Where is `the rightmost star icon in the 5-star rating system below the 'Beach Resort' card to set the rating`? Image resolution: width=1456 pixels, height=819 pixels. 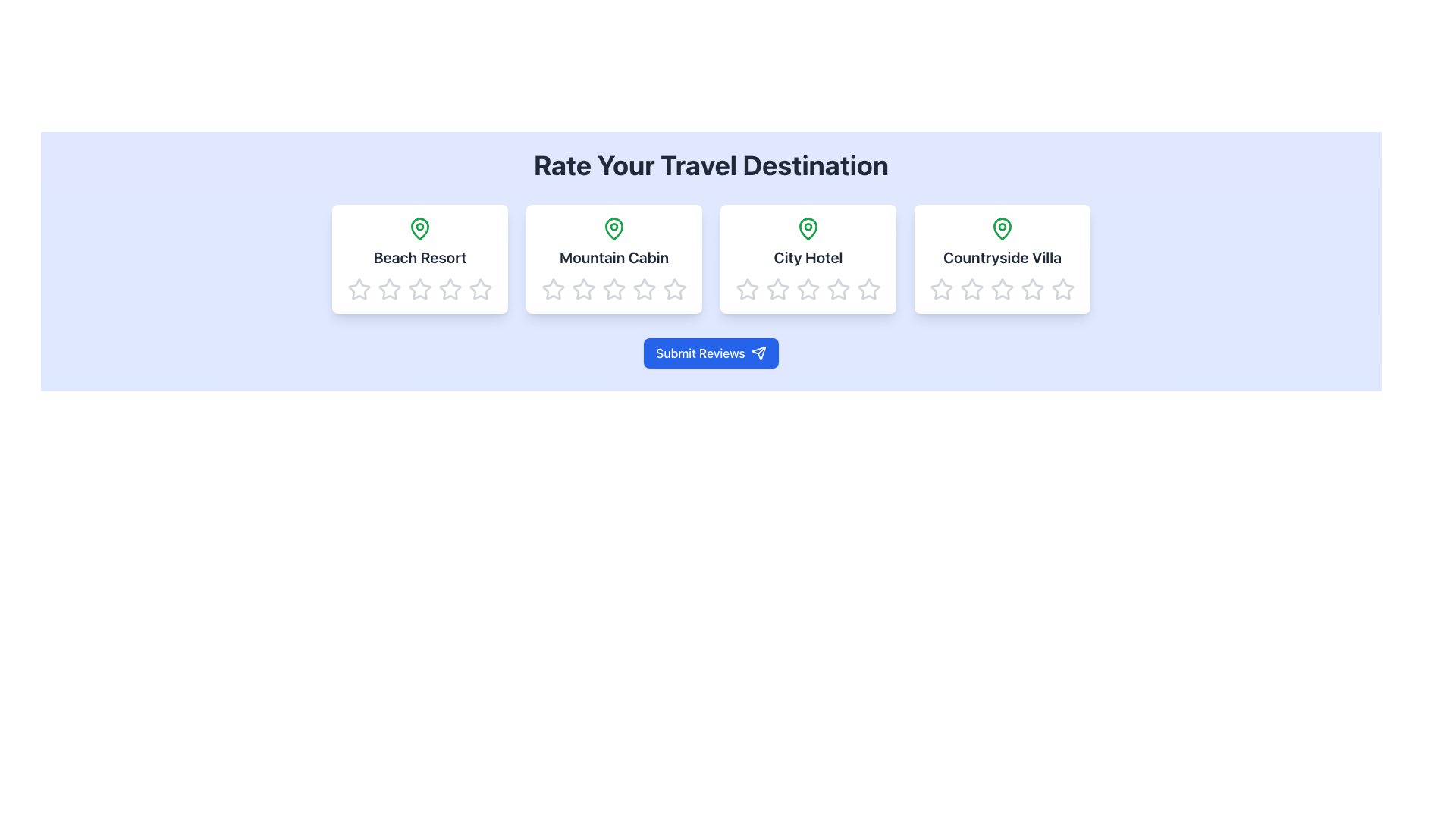
the rightmost star icon in the 5-star rating system below the 'Beach Resort' card to set the rating is located at coordinates (479, 289).